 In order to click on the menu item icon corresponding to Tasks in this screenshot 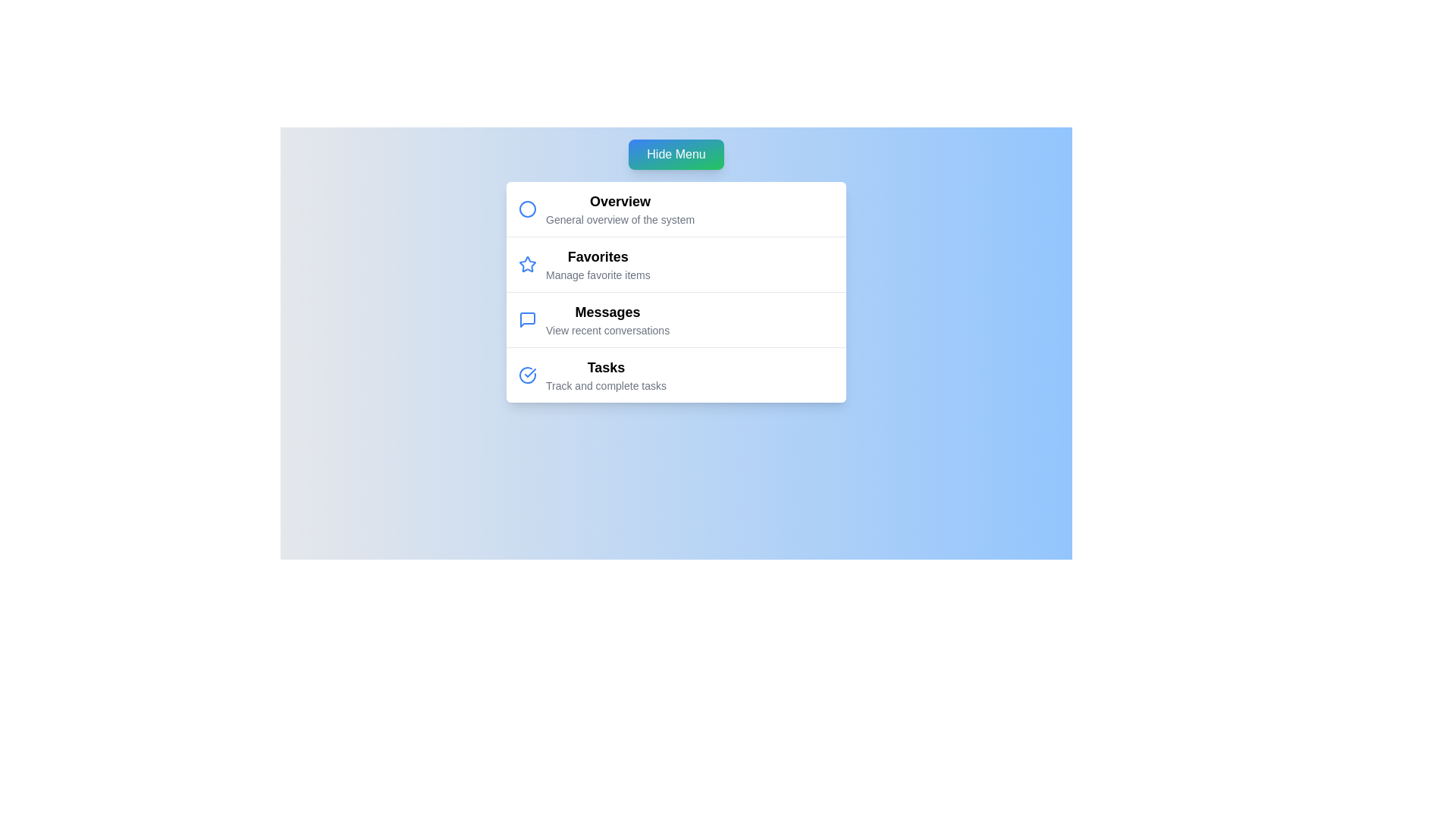, I will do `click(528, 375)`.